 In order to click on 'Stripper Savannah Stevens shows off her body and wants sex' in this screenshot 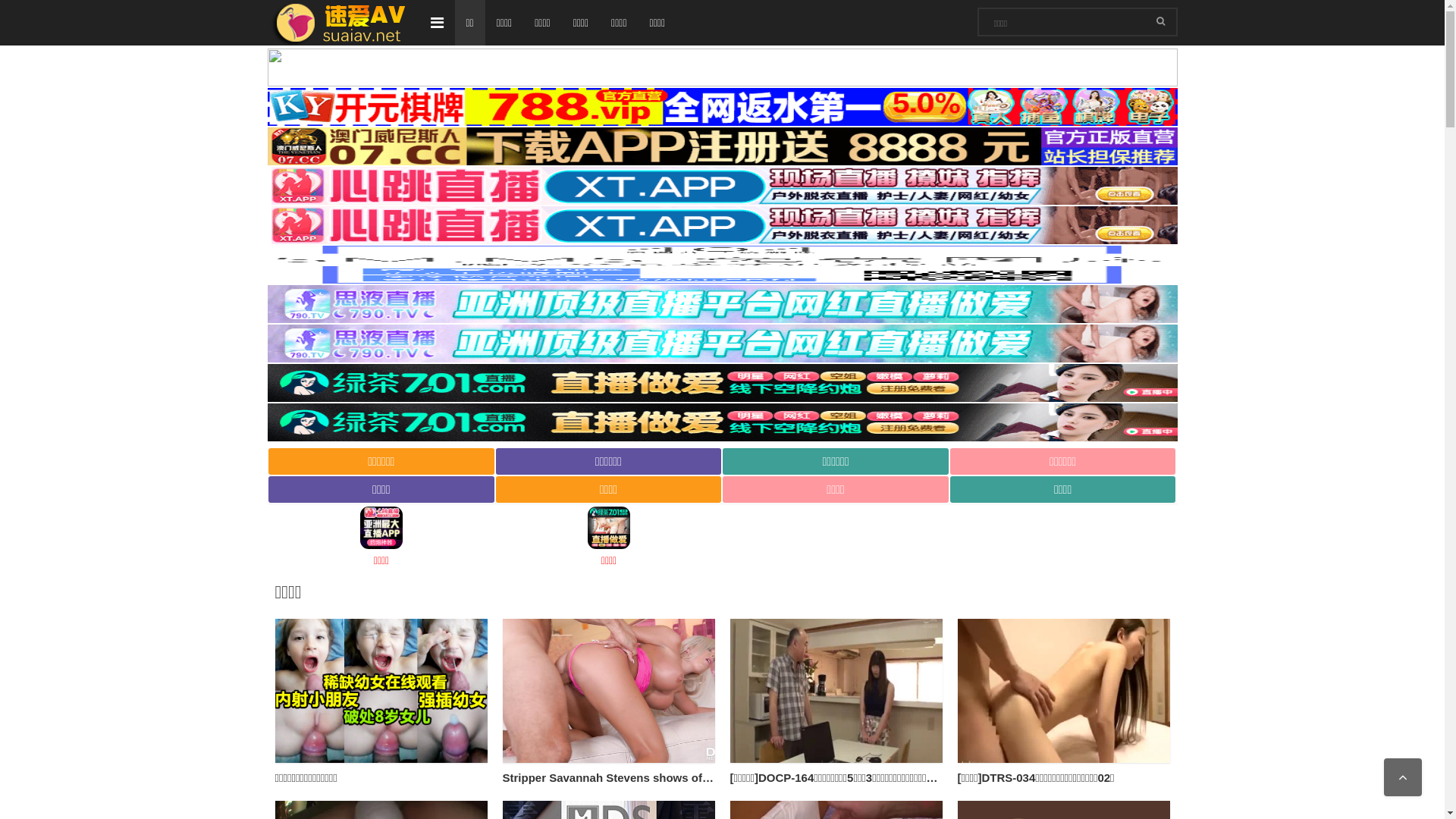, I will do `click(607, 690)`.